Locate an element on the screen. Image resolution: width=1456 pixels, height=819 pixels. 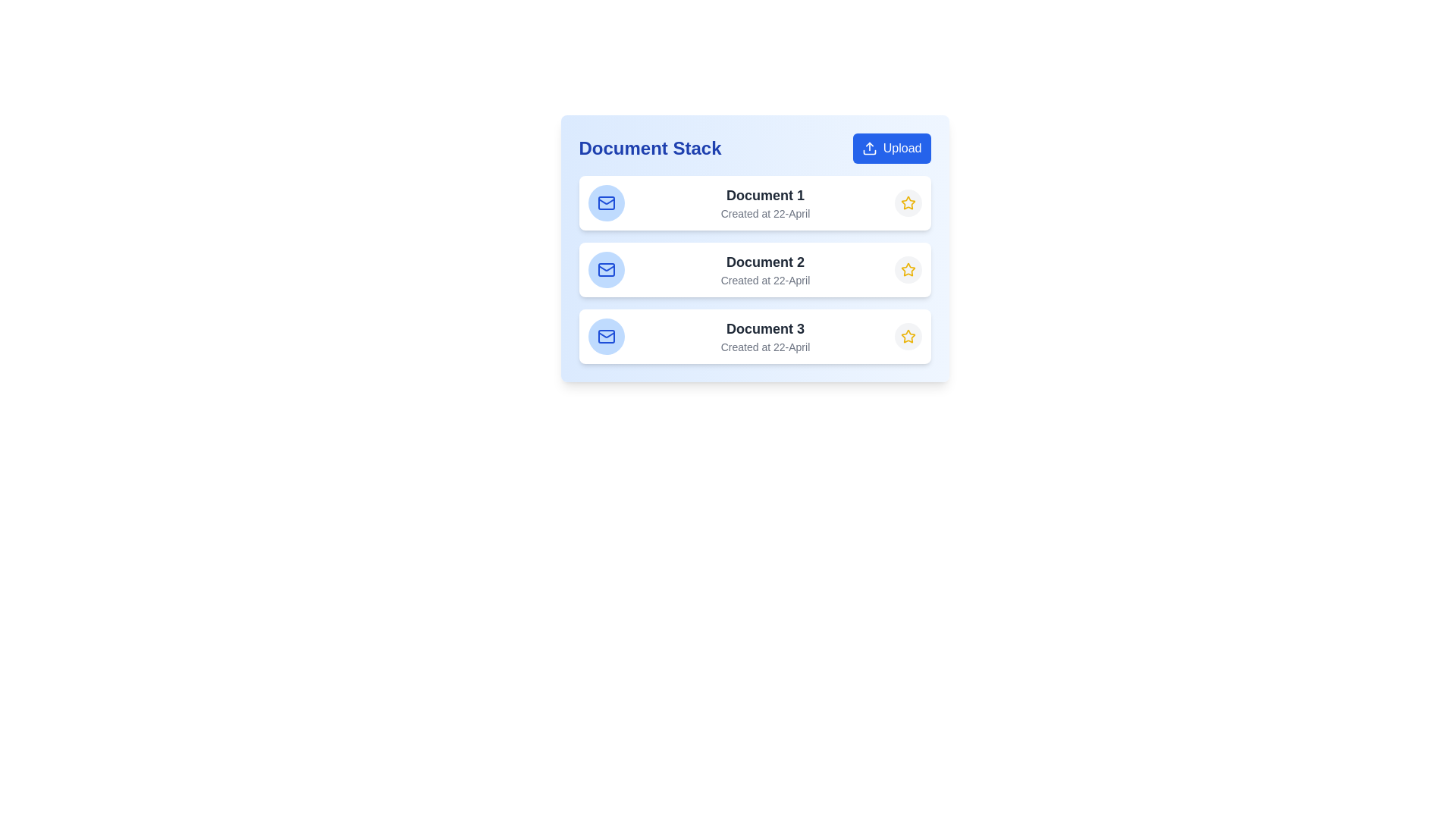
the circular button with a light gray background and a yellow star icon, located to the right of 'Document 2' and 'Created at 22-April' within the list item is located at coordinates (908, 268).